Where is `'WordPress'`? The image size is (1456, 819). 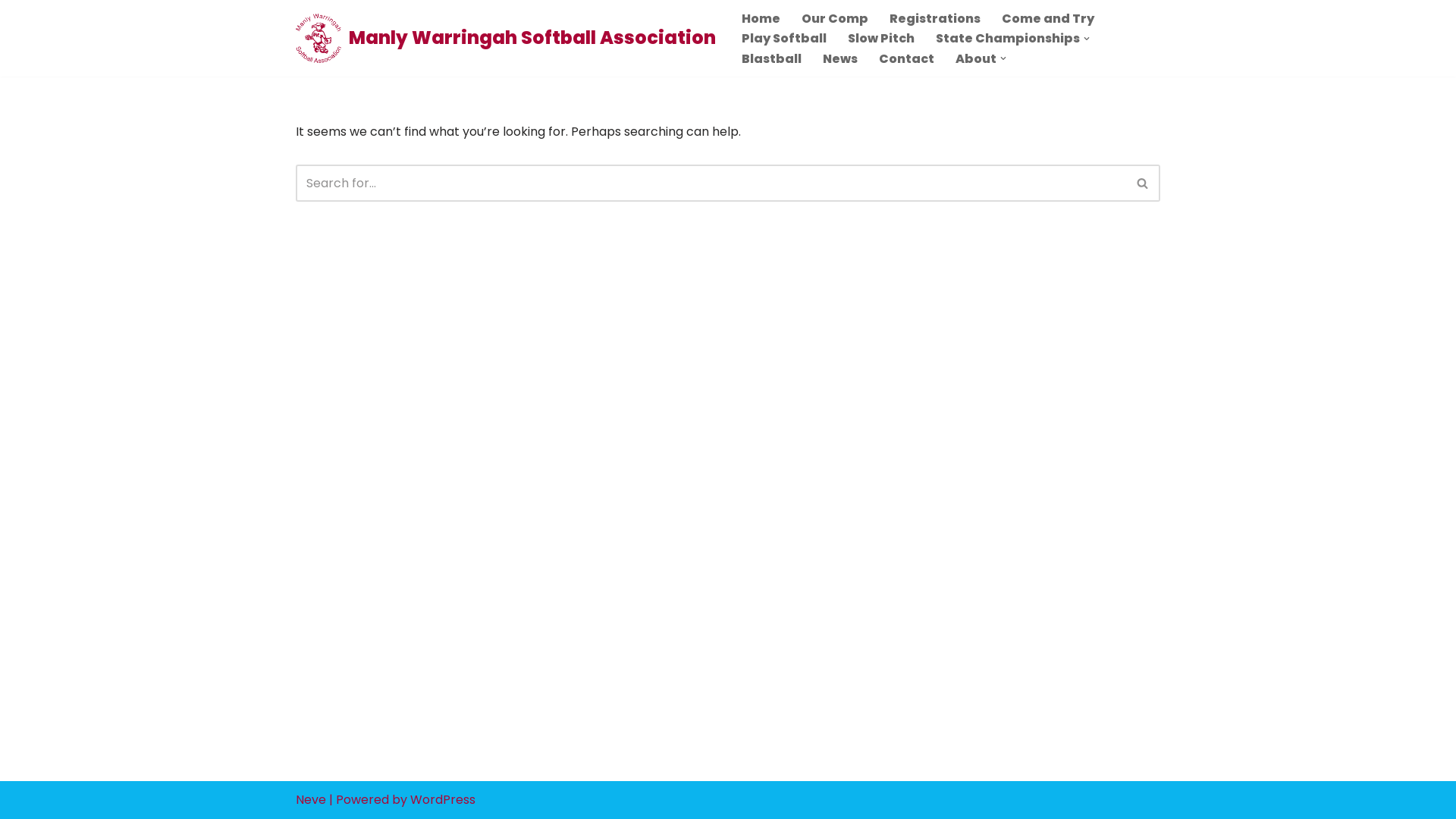
'WordPress' is located at coordinates (442, 799).